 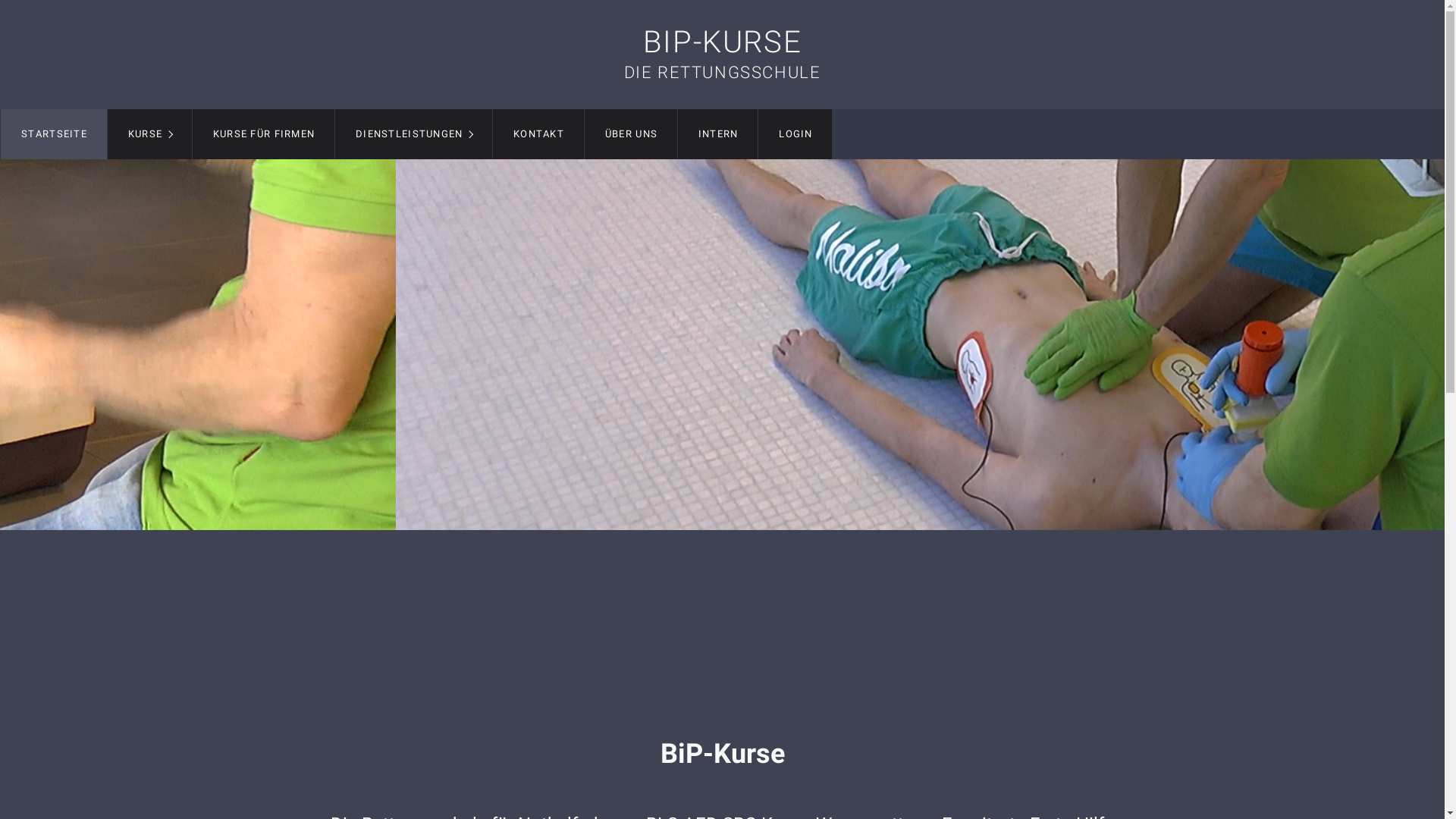 What do you see at coordinates (717, 133) in the screenshot?
I see `'INTERN'` at bounding box center [717, 133].